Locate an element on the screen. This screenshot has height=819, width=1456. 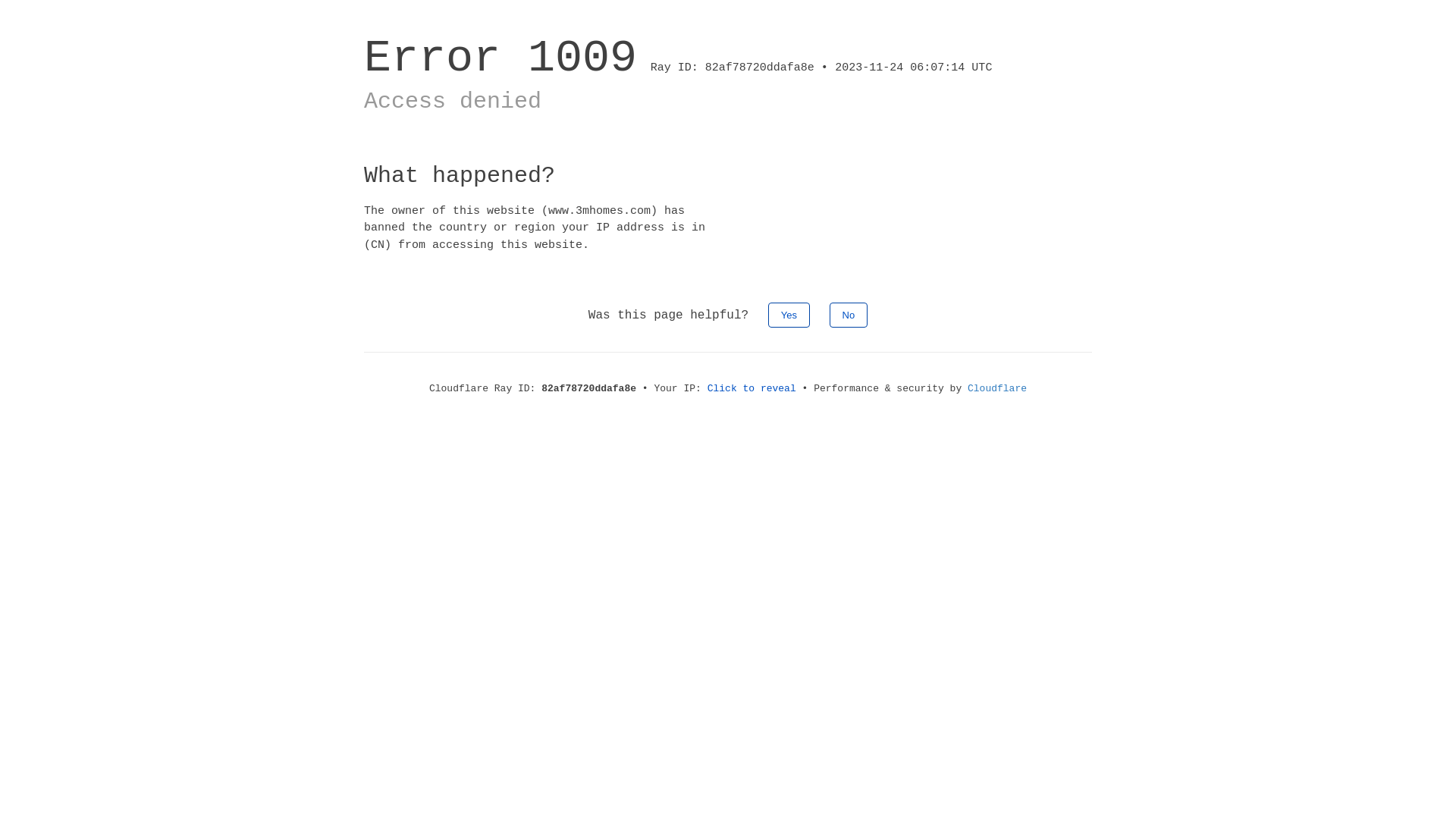
'Click to reveal' is located at coordinates (706, 388).